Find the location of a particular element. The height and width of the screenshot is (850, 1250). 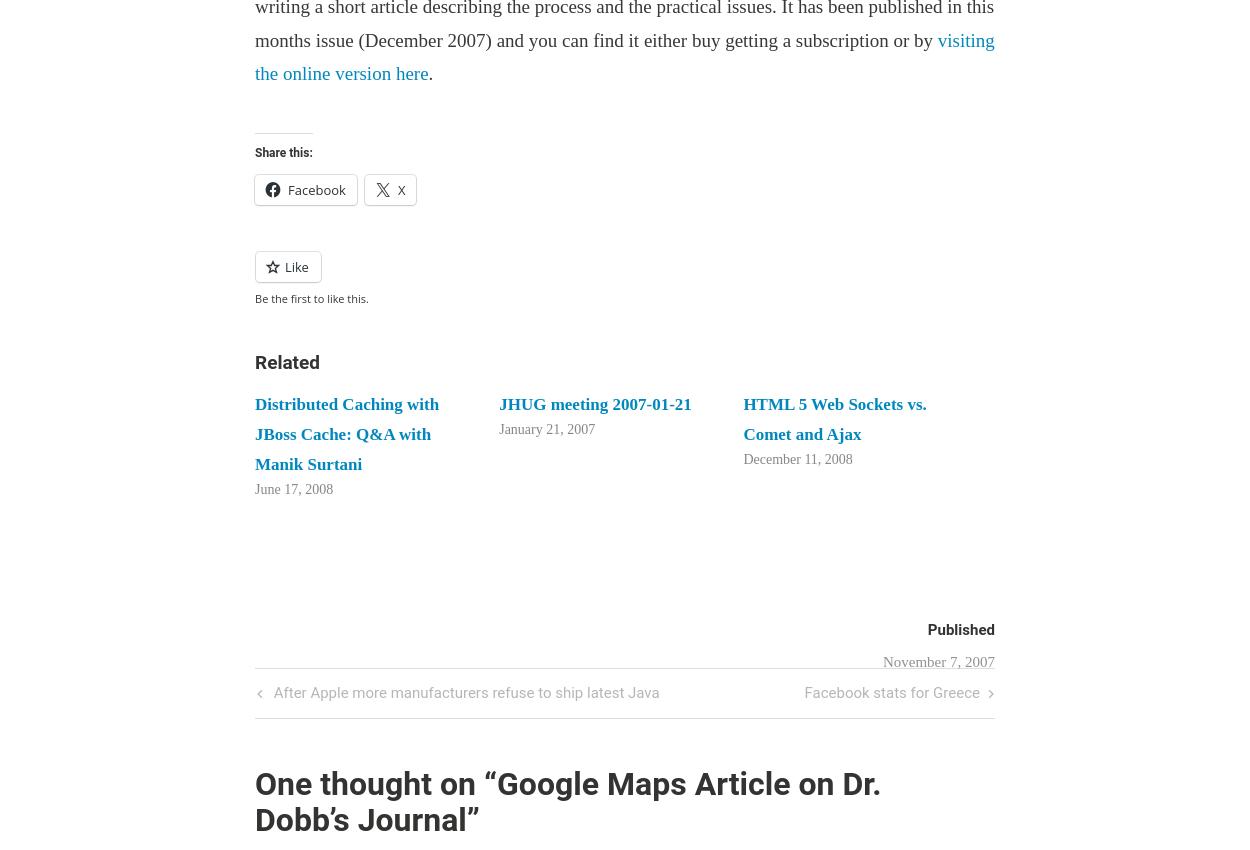

'November 7, 2007' is located at coordinates (938, 661).